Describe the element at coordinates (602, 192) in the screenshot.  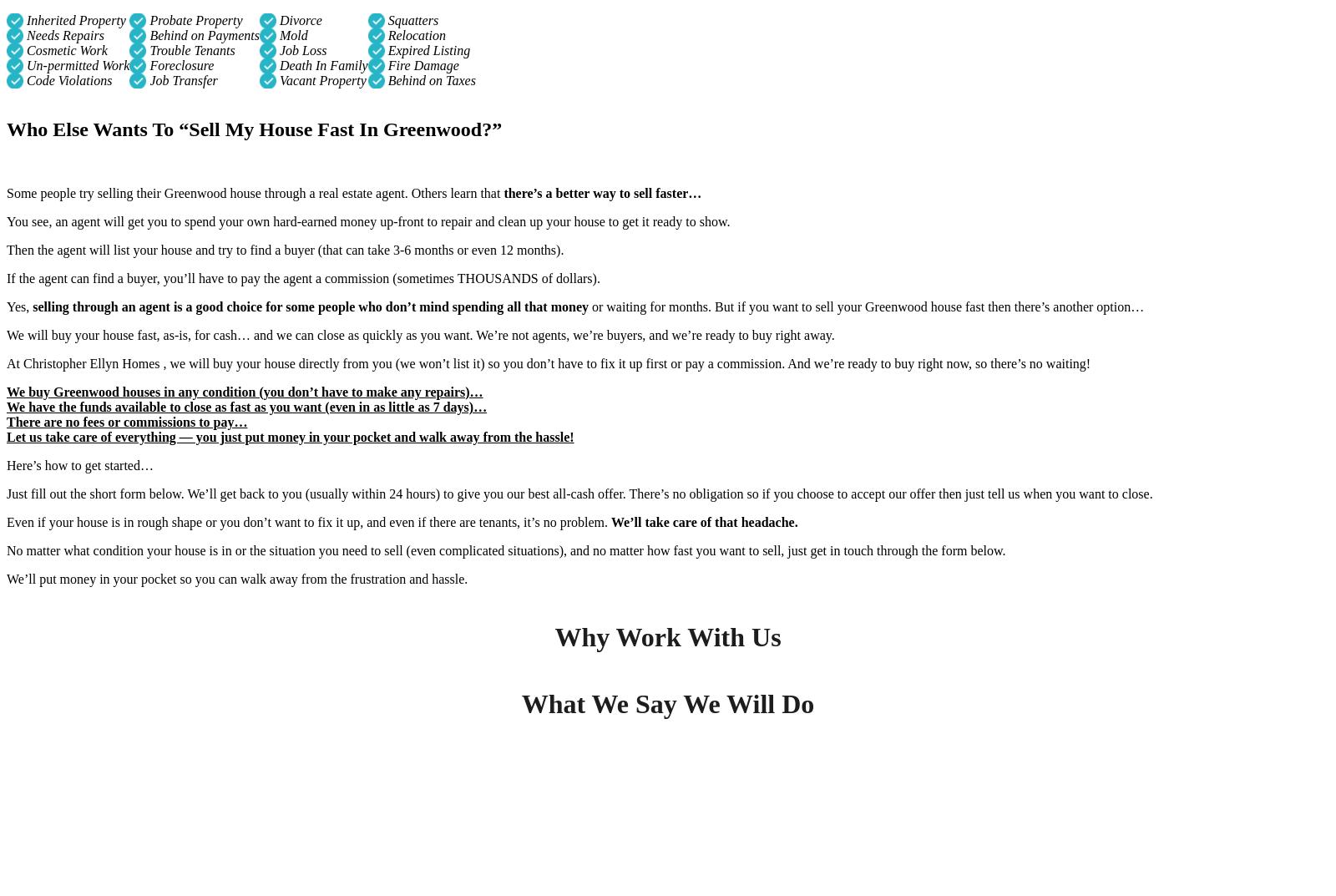
I see `'there’s a better way to sell faster…'` at that location.